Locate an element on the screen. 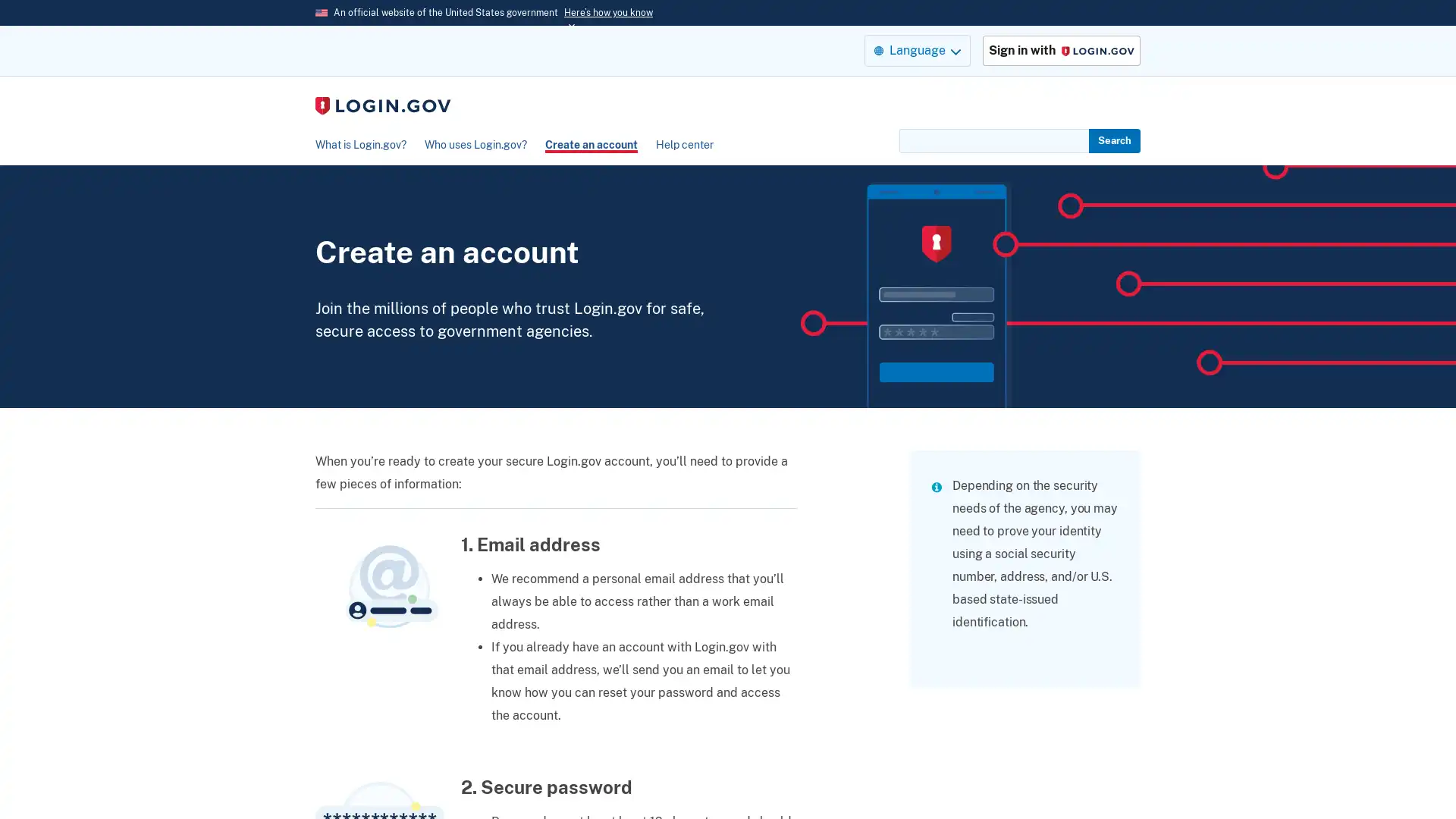  Search is located at coordinates (1114, 140).